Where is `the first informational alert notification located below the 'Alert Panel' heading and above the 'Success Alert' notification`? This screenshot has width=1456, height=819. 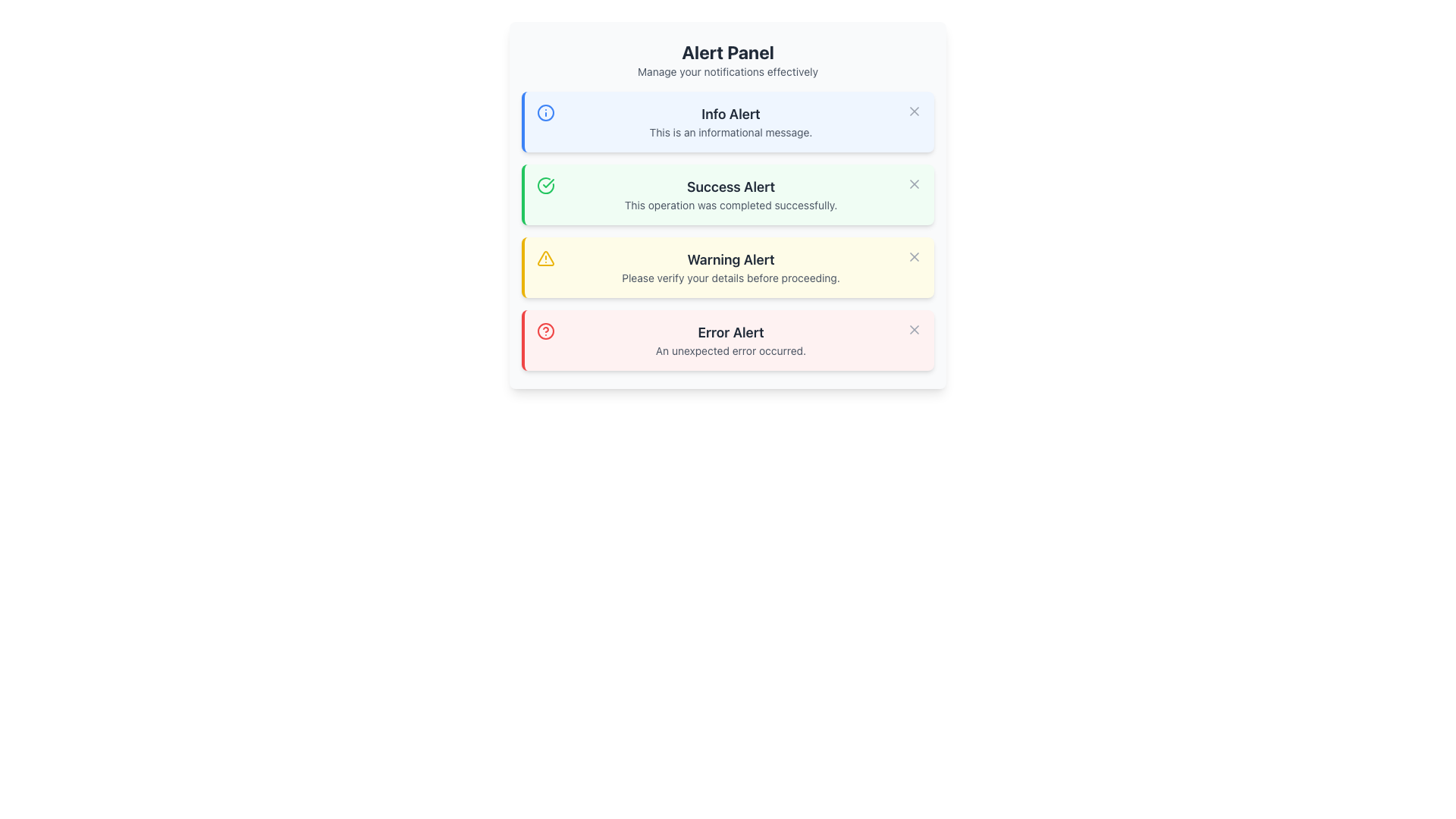
the first informational alert notification located below the 'Alert Panel' heading and above the 'Success Alert' notification is located at coordinates (728, 121).